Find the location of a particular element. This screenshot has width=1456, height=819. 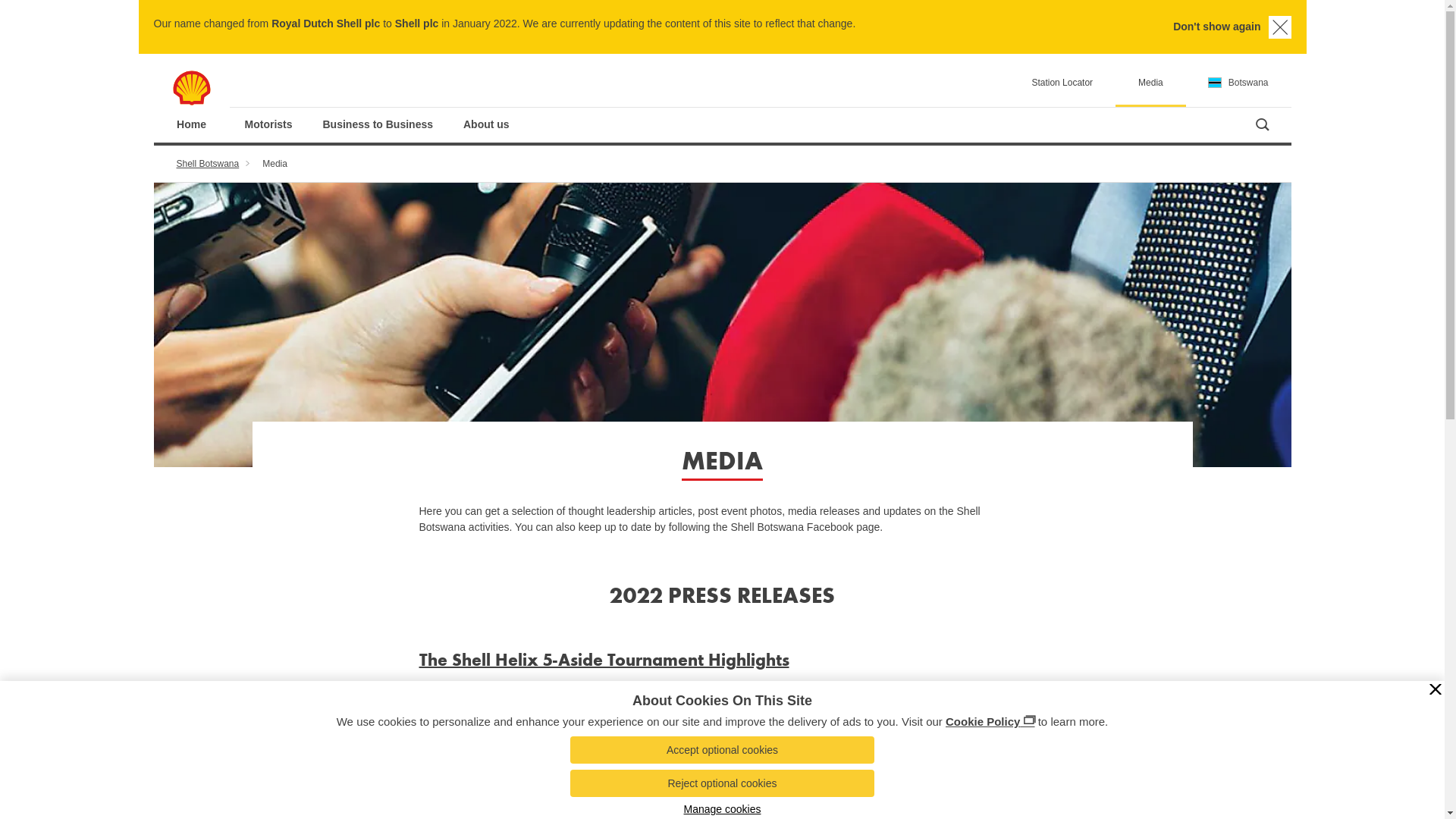

'Business to Business' is located at coordinates (378, 124).